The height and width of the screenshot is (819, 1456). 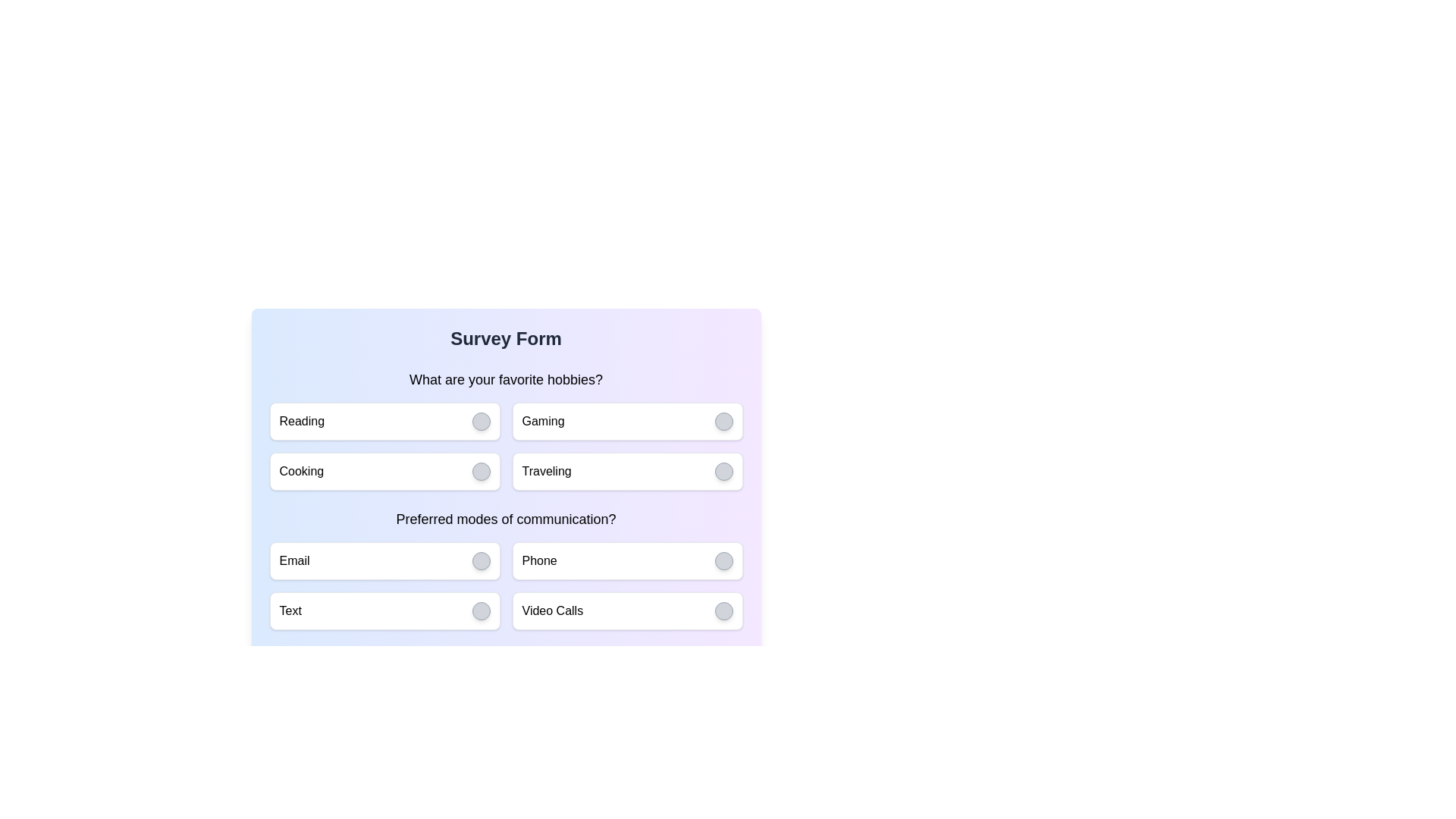 I want to click on title text element displaying 'What are your favorite hobbies?' located above the options for hobbies in the survey form, so click(x=506, y=379).